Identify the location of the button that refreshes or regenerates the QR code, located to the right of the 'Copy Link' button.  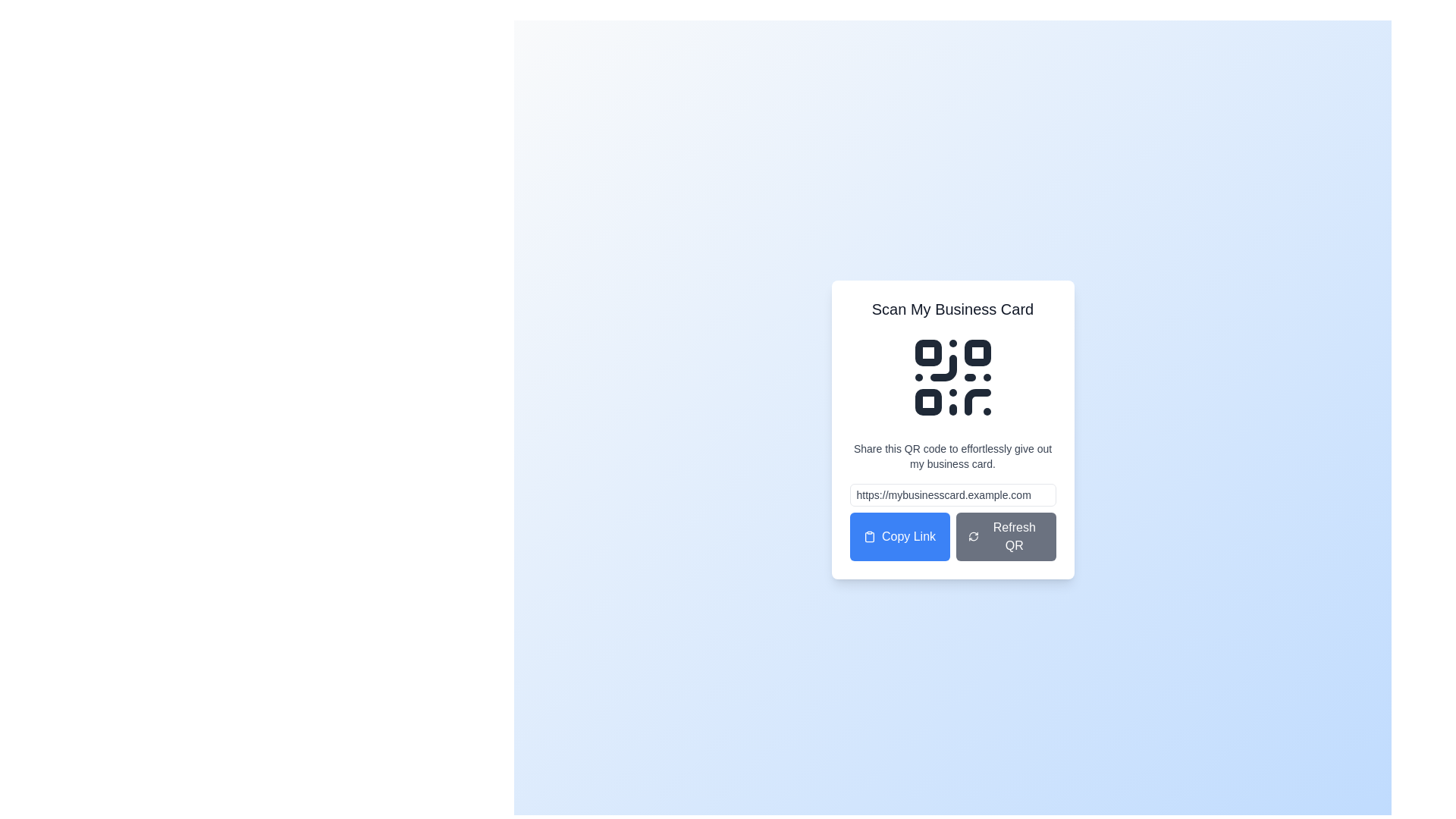
(1006, 536).